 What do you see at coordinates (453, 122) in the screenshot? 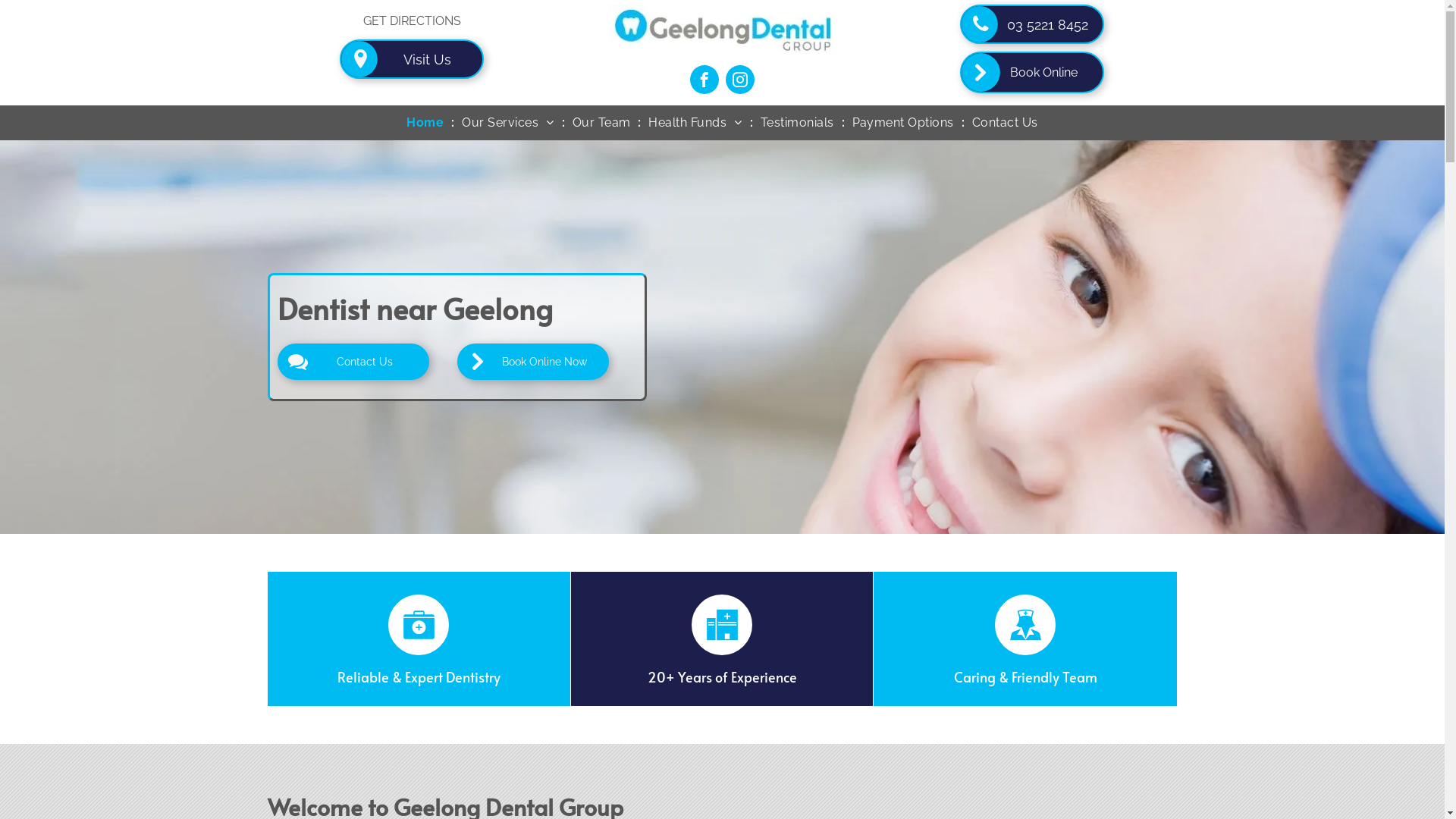
I see `'Our Services'` at bounding box center [453, 122].